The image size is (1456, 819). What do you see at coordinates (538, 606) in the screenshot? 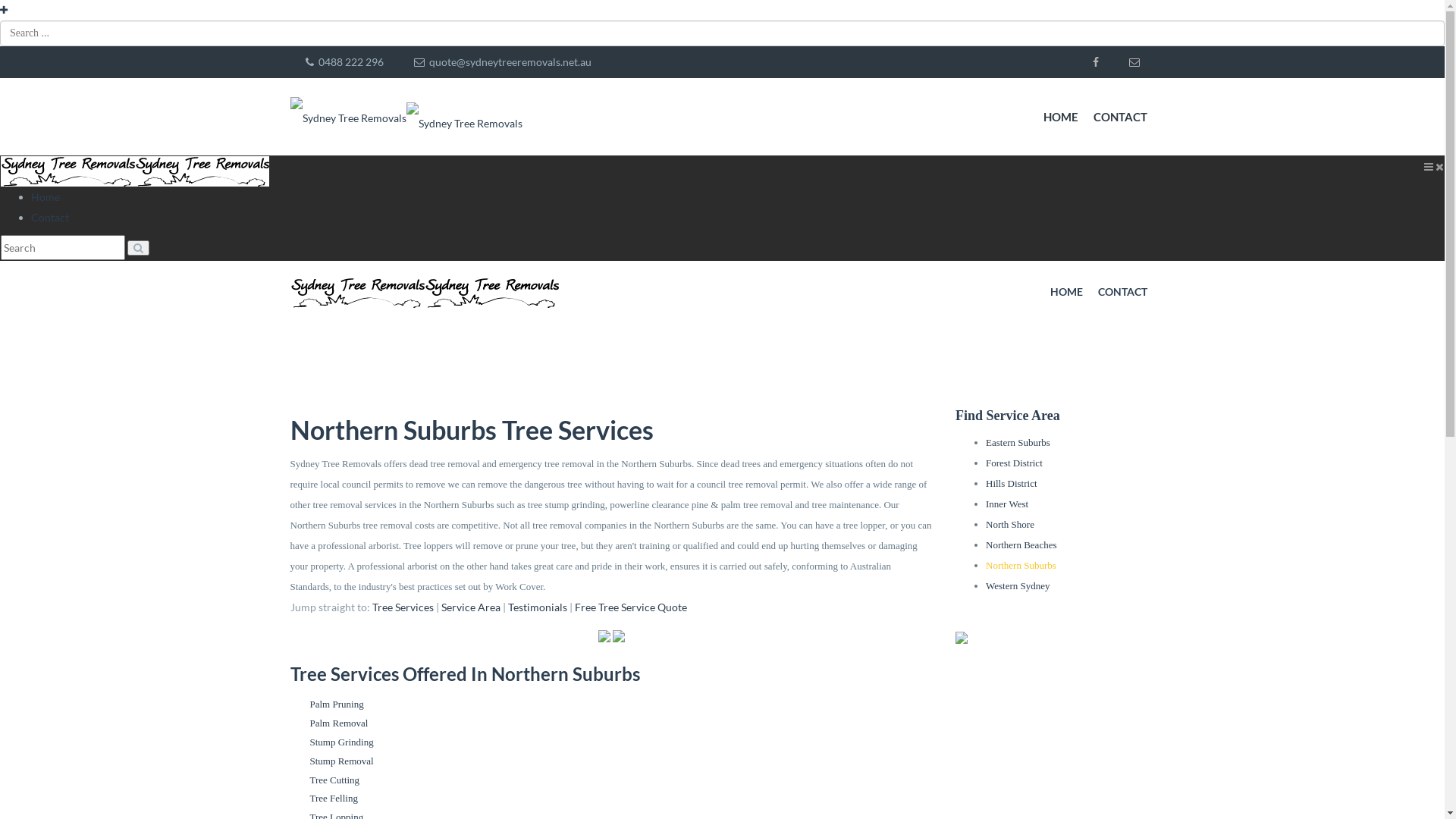
I see `'Testimonials'` at bounding box center [538, 606].